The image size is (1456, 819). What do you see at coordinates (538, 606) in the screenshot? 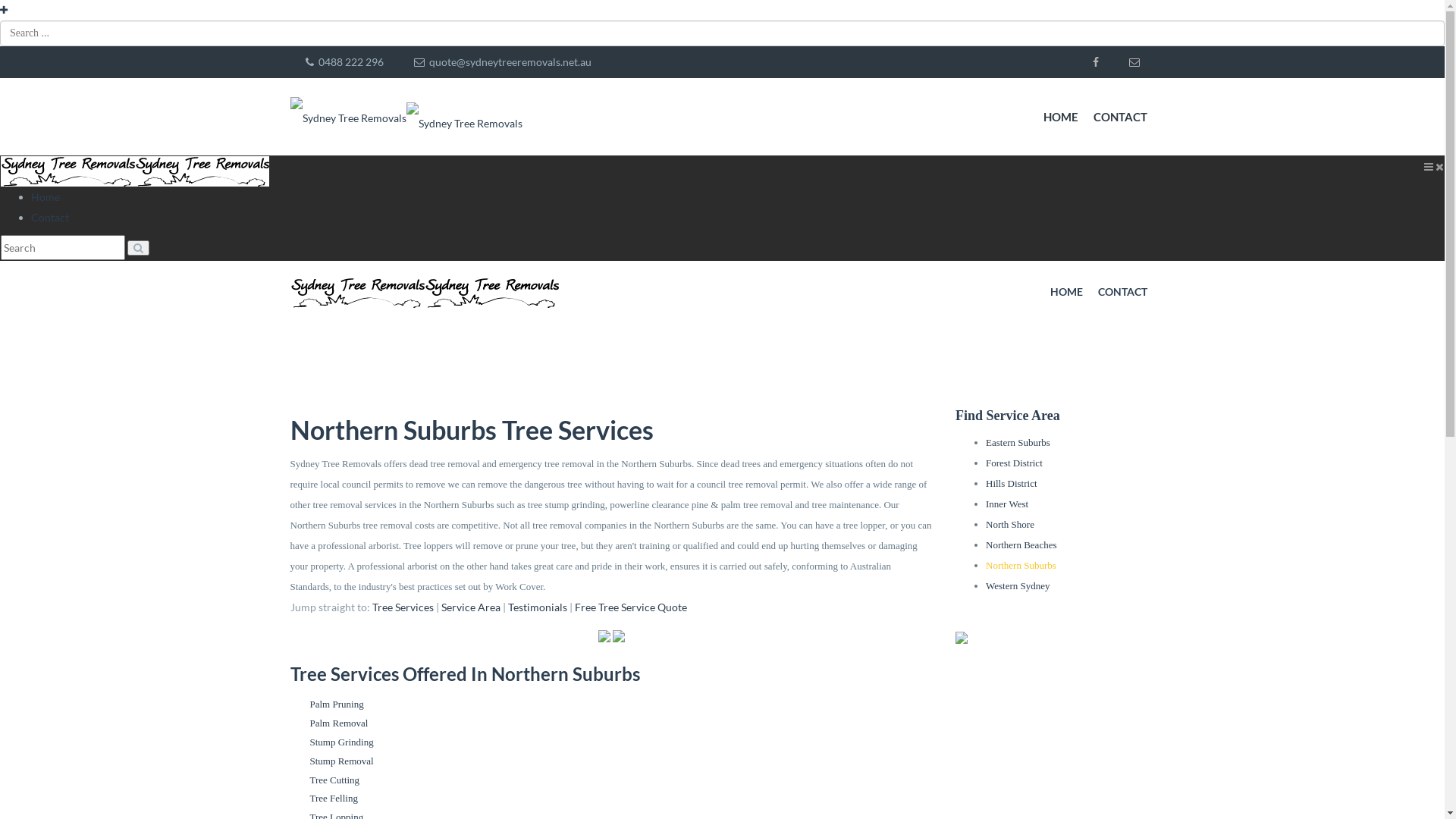
I see `'Testimonials'` at bounding box center [538, 606].